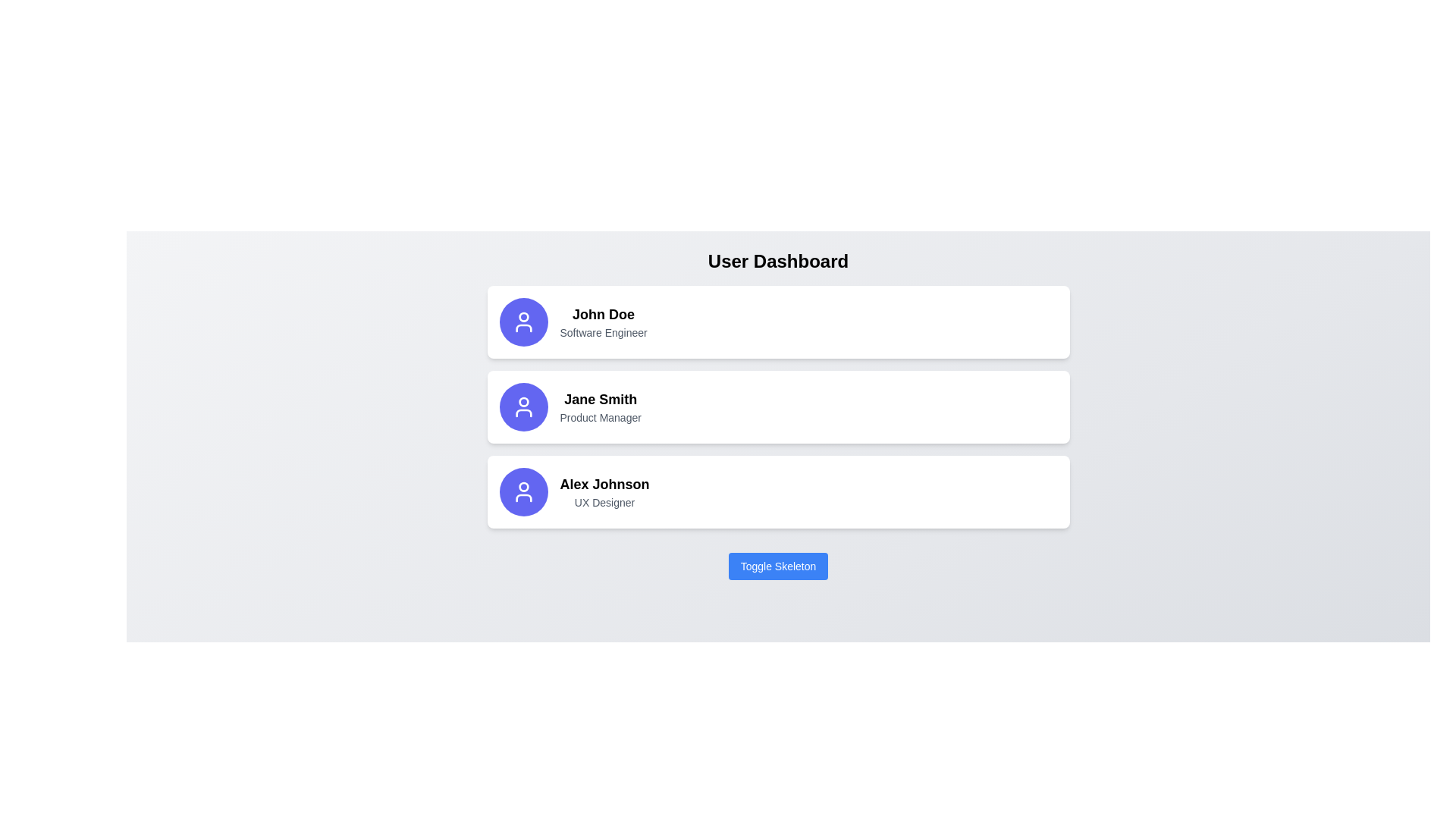  What do you see at coordinates (603, 314) in the screenshot?
I see `the name text of the individual in the first profile card, which is located above the 'Software Engineer' text and to the right of the circular avatar icon` at bounding box center [603, 314].